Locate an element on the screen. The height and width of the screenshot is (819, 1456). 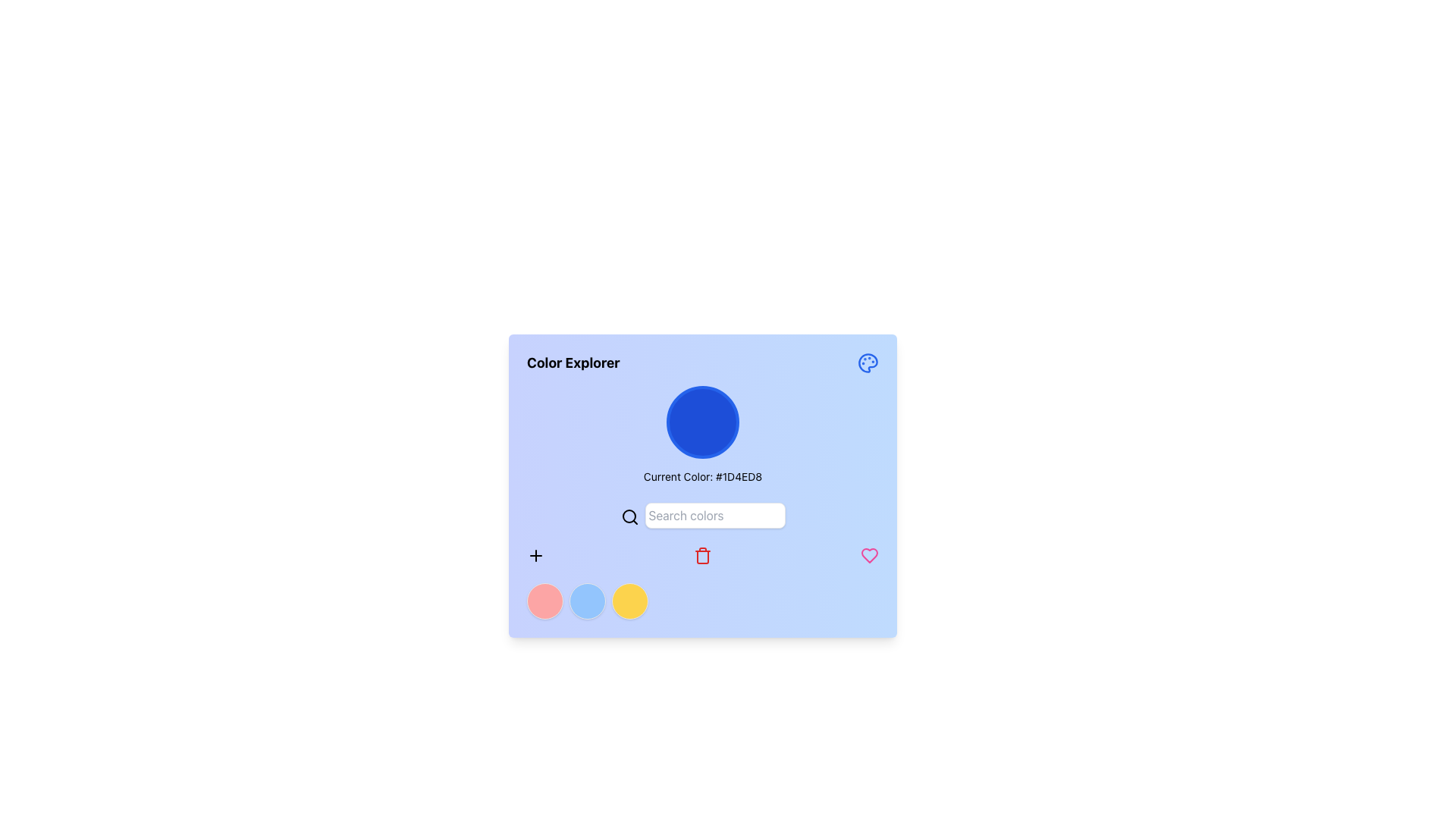
the text input field located directly below the 'Current Color: #1D4ED8' text to focus on it is located at coordinates (701, 514).